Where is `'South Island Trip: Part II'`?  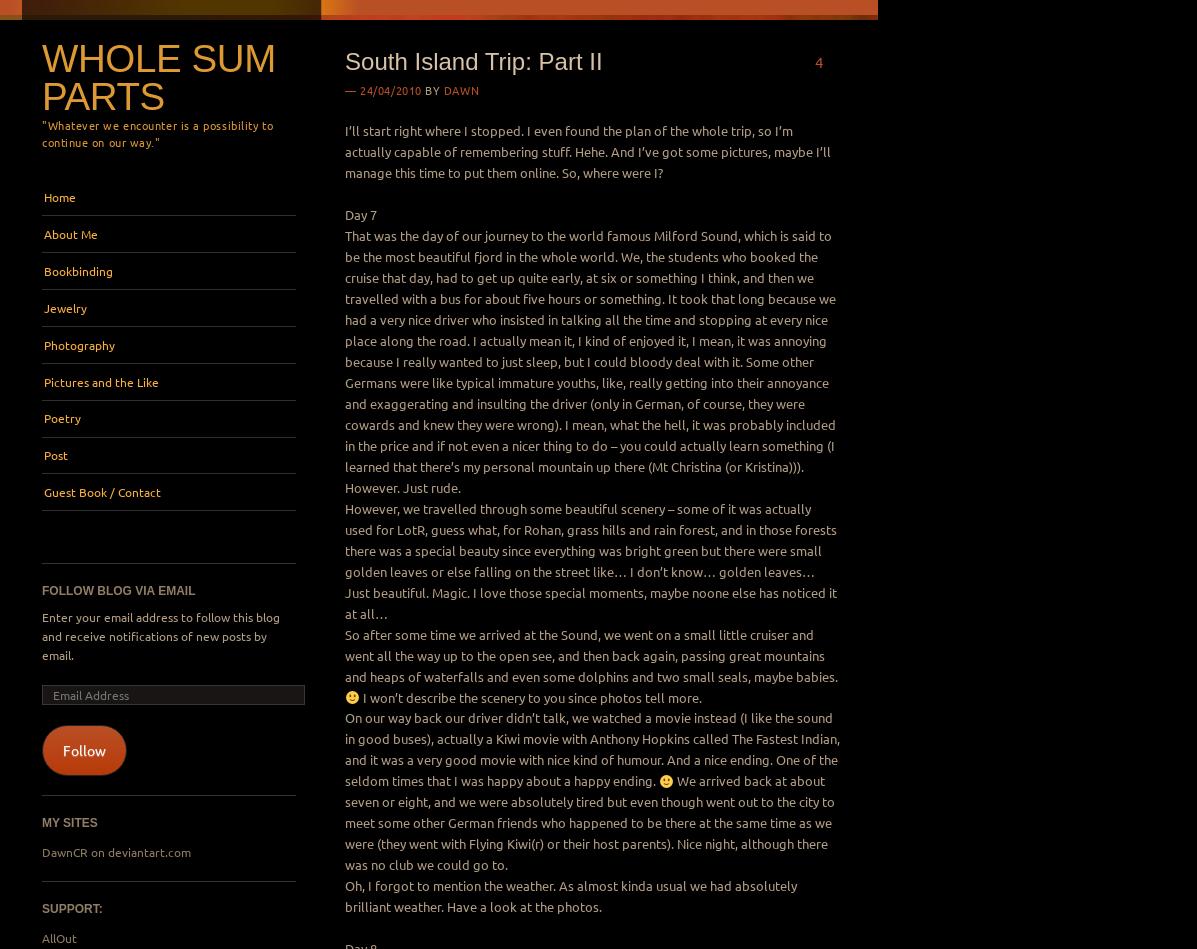
'South Island Trip: Part II' is located at coordinates (472, 60).